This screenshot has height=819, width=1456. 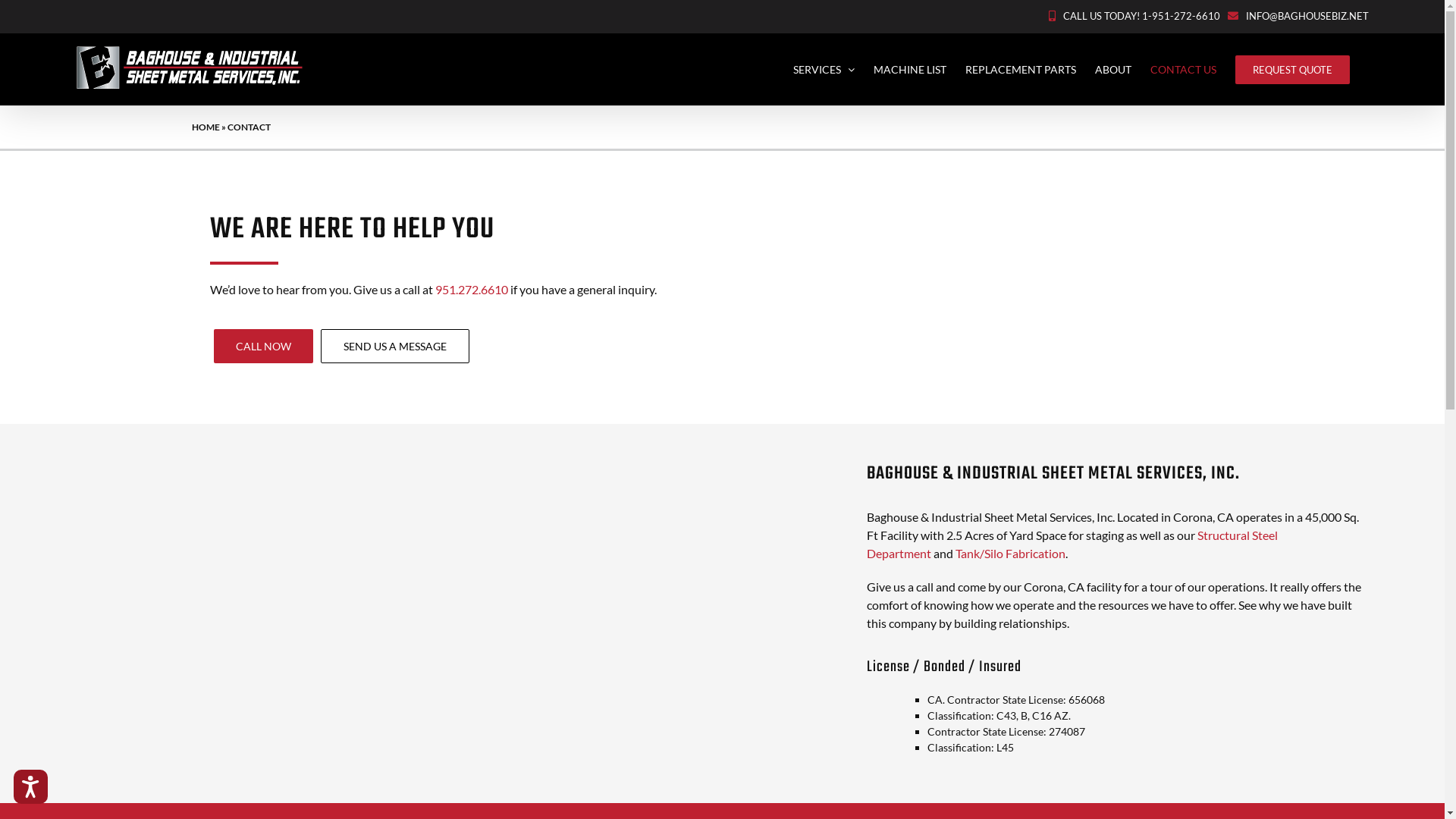 I want to click on 'ABOUT', so click(x=1113, y=69).